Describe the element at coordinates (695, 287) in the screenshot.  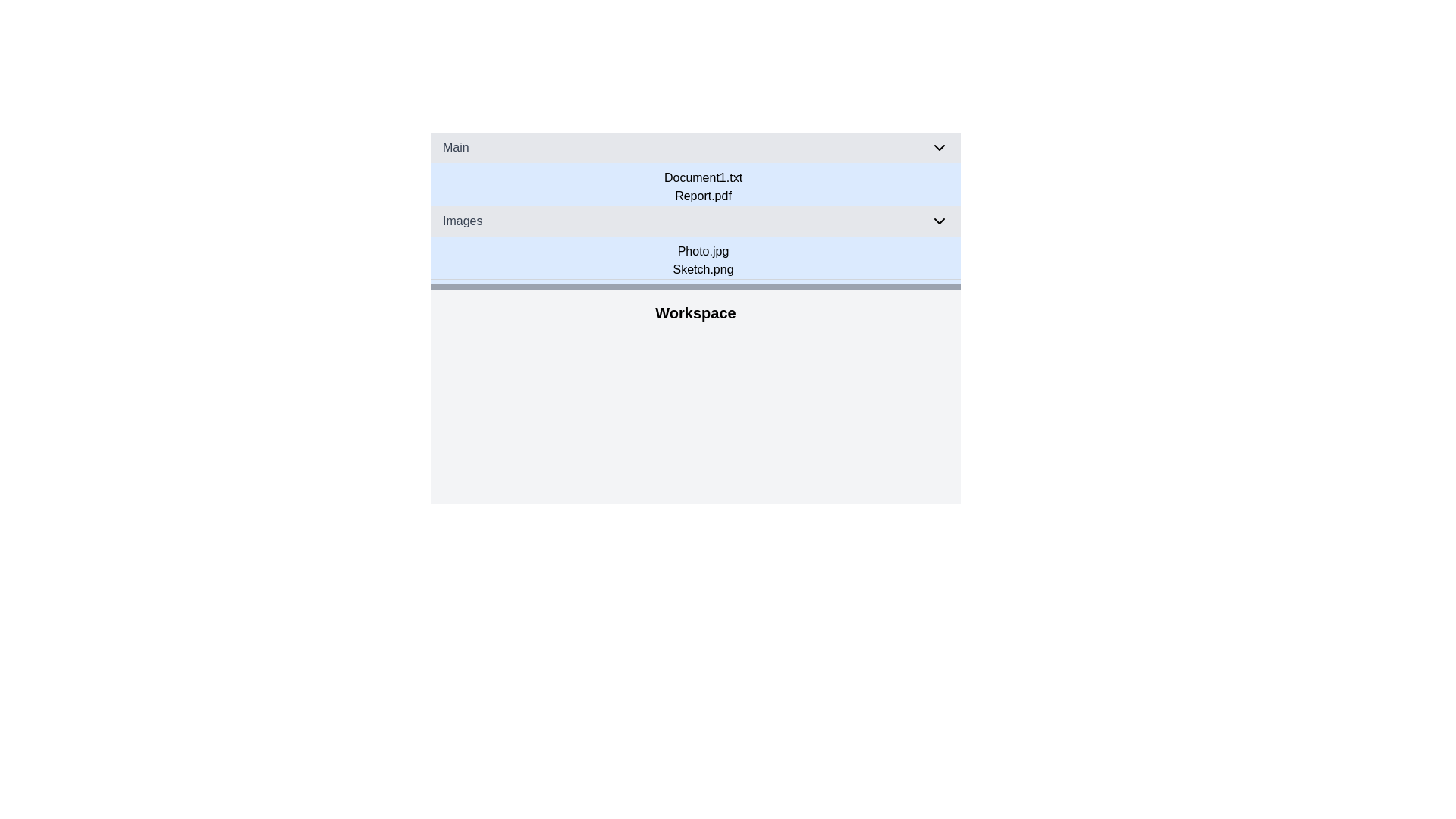
I see `the horizontal gray Resize handle located below the 'Images' section and above the 'Workspace' section` at that location.